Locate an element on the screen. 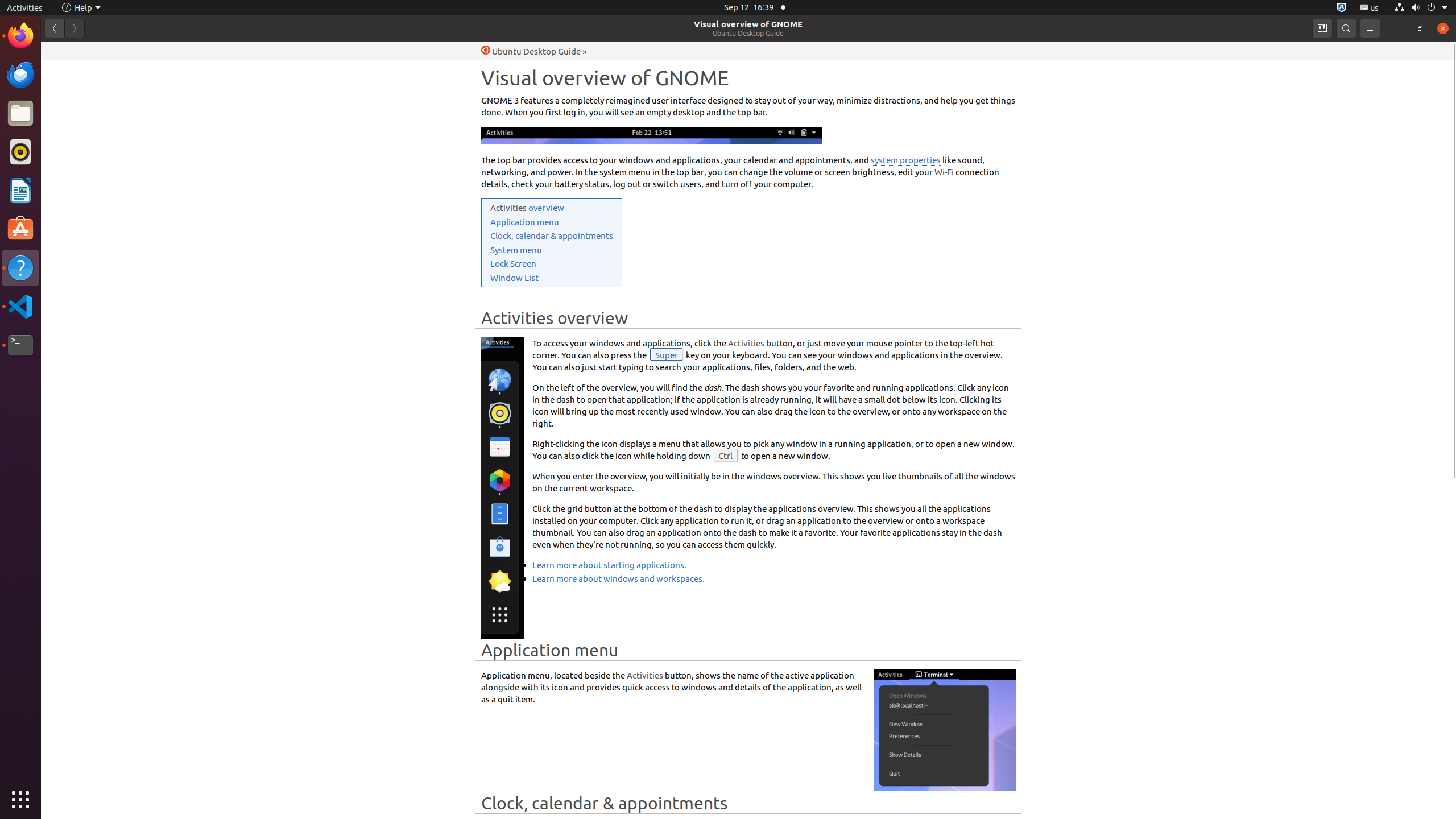 The width and height of the screenshot is (1456, 819). 'System menu' is located at coordinates (515, 249).